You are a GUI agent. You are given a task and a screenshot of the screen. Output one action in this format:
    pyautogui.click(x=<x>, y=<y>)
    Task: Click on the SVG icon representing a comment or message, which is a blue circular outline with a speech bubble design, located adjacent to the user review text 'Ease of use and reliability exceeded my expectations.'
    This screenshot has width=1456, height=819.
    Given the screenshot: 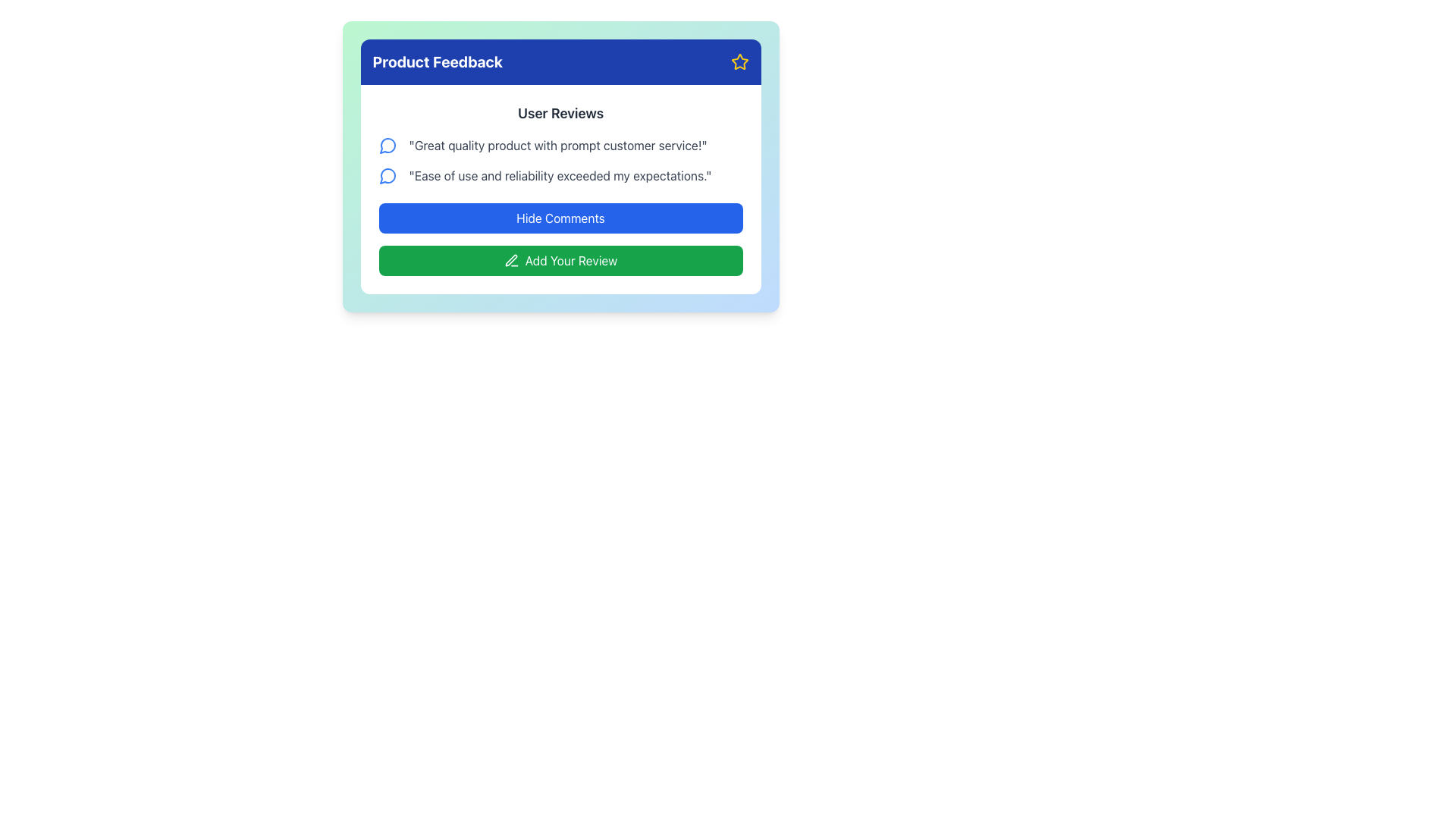 What is the action you would take?
    pyautogui.click(x=387, y=175)
    